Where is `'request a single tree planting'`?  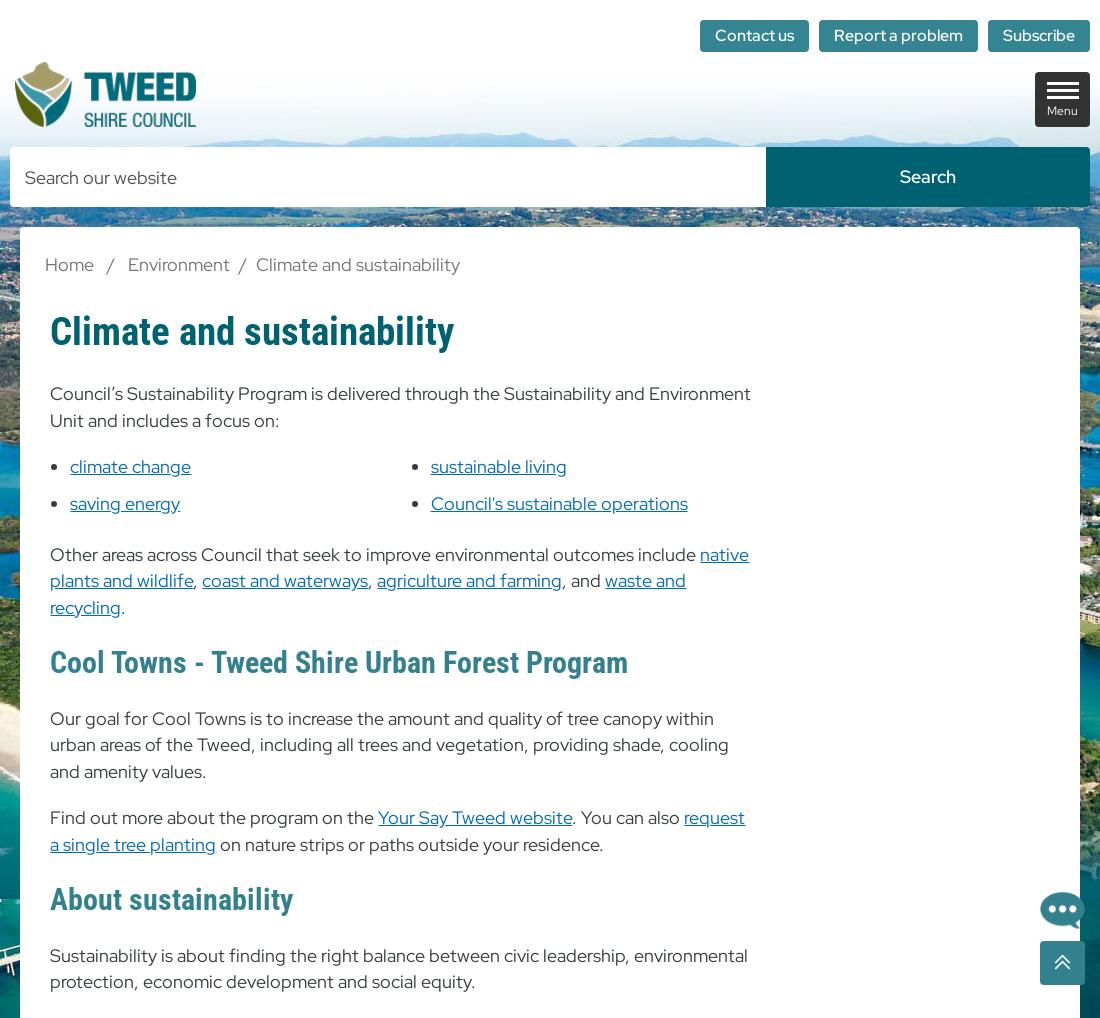
'request a single tree planting' is located at coordinates (397, 829).